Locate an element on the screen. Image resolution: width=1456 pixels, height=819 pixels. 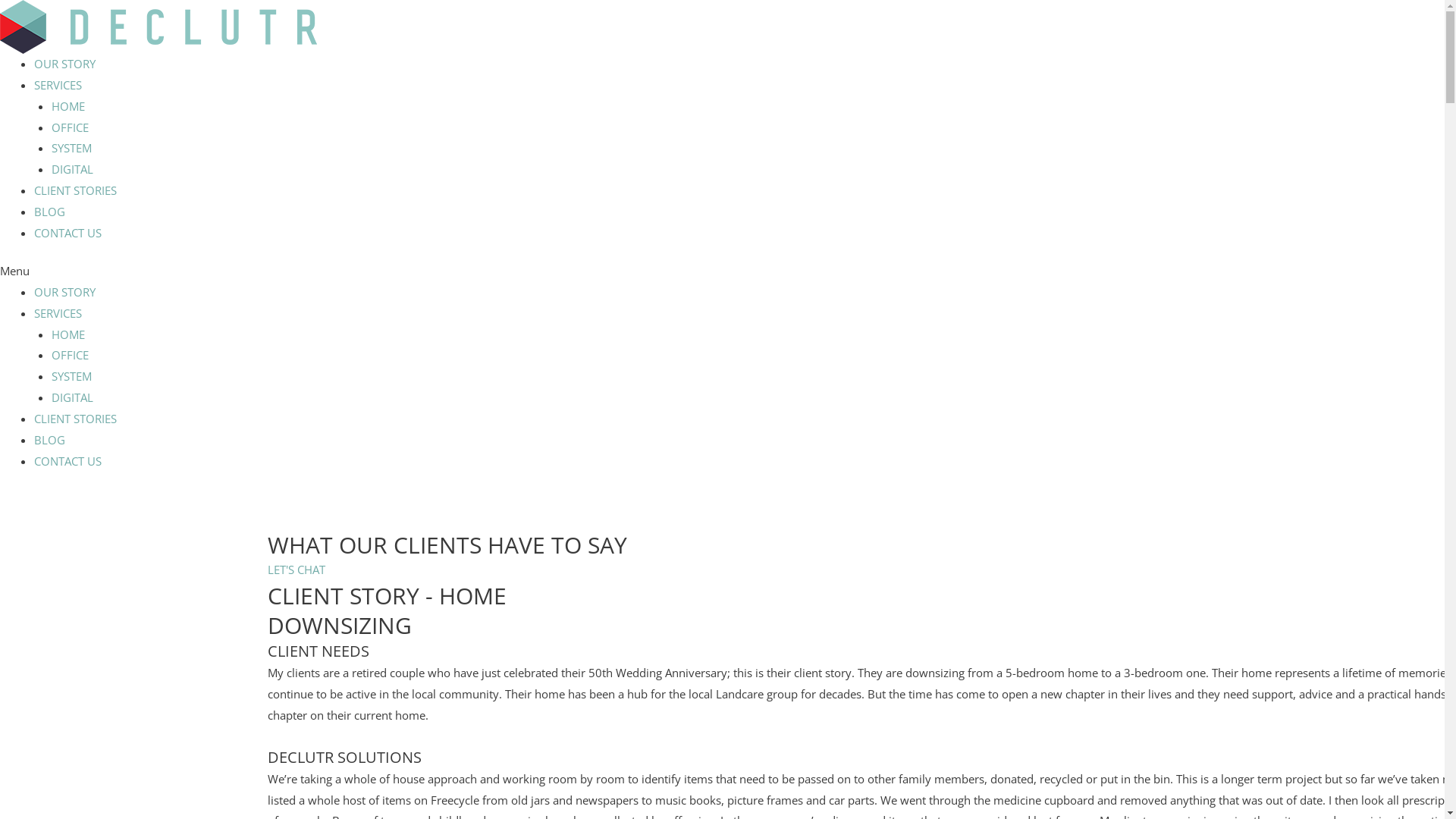
'LET'S CHAT' is located at coordinates (295, 570).